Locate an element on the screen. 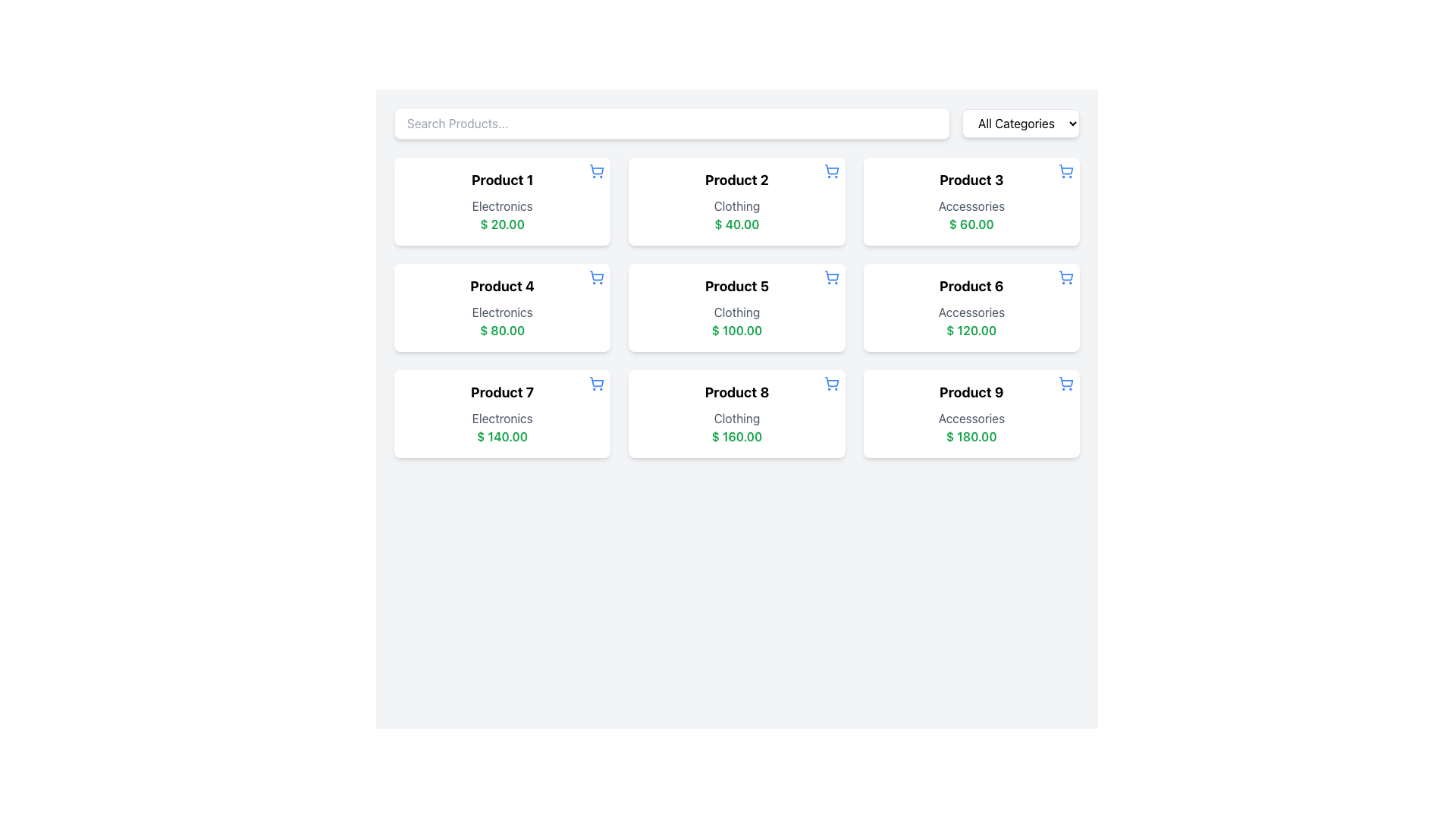  the shopping cart body icon located within the 'Product 5' button in the second row of the product grid is located at coordinates (830, 275).